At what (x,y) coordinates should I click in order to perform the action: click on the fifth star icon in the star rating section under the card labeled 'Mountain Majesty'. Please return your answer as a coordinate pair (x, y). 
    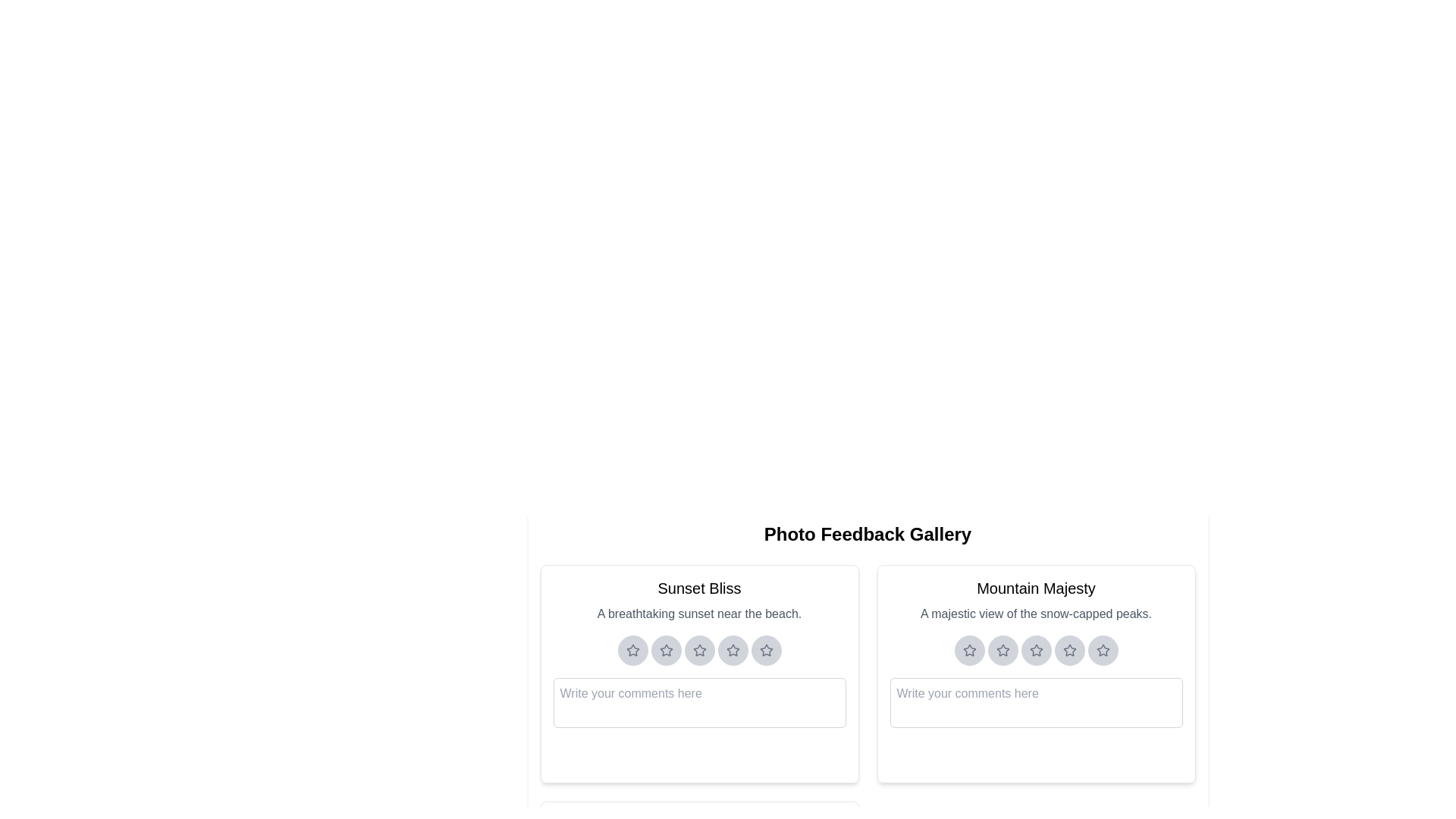
    Looking at the image, I should click on (1103, 648).